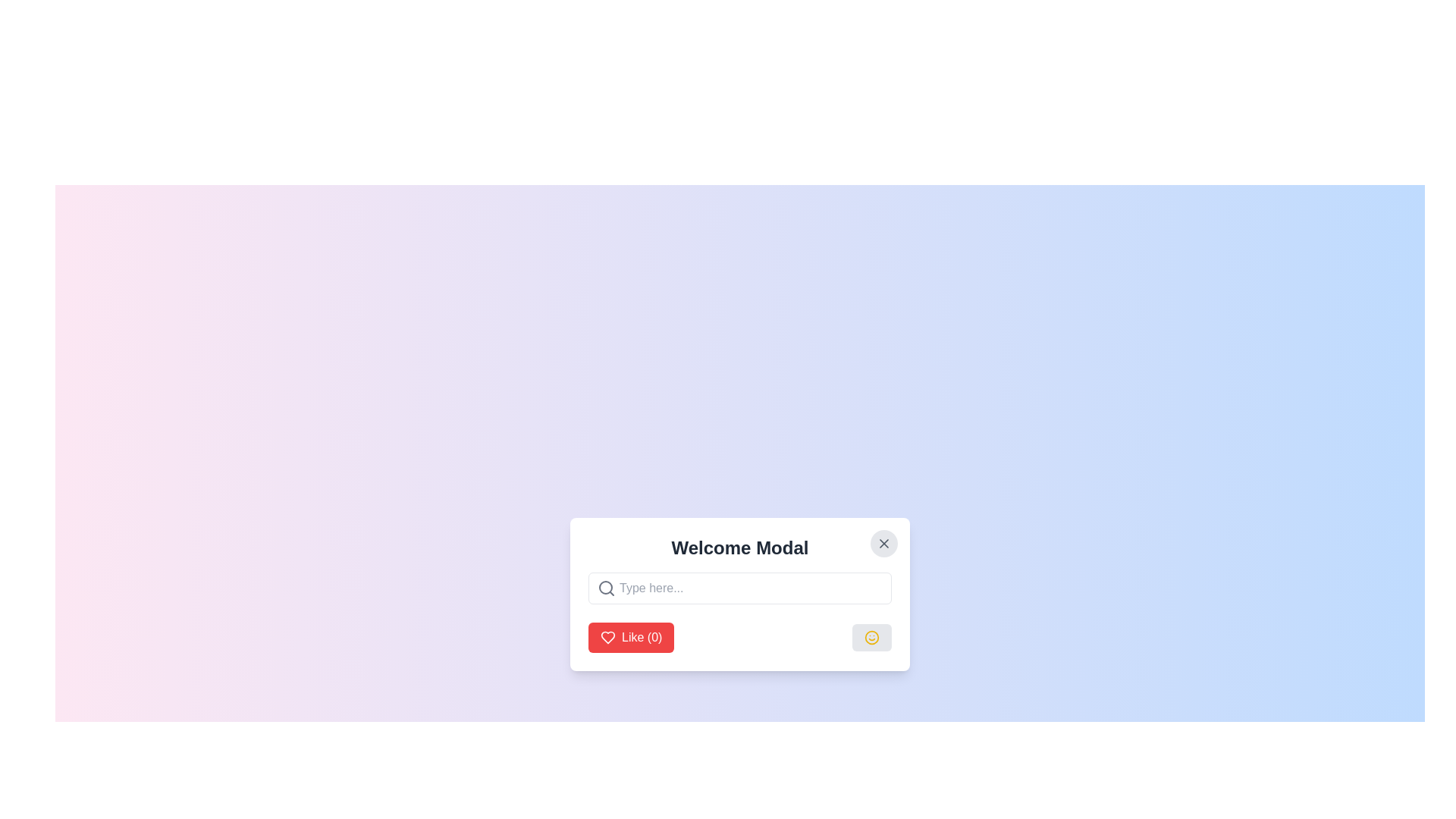 This screenshot has width=1456, height=819. Describe the element at coordinates (607, 637) in the screenshot. I see `the red heart icon located inside the 'Like (0)' button at the bottom left of the modal window` at that location.